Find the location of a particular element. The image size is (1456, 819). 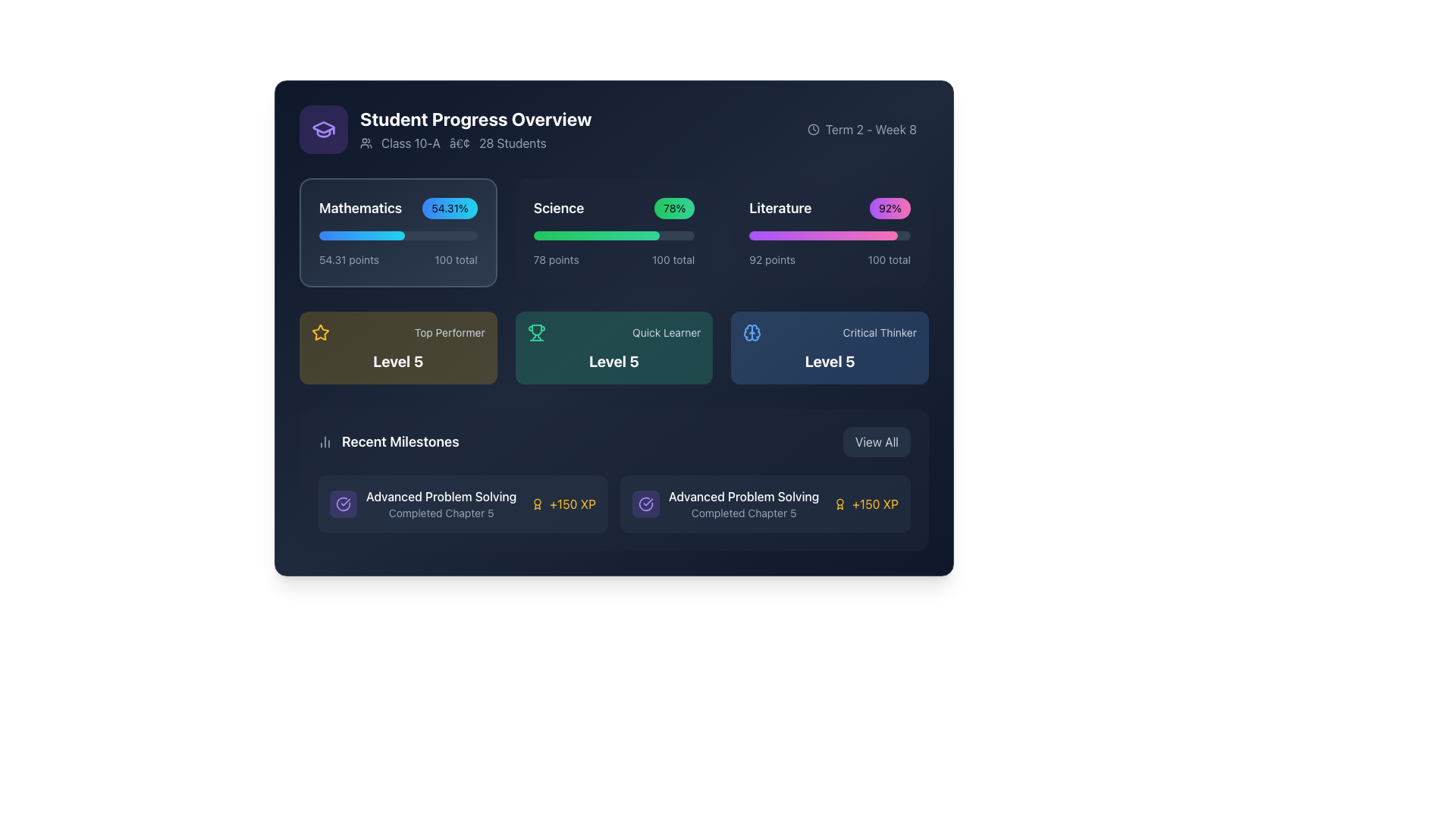

the button located in the upper-right corner of the 'Recent Milestones' section is located at coordinates (877, 441).